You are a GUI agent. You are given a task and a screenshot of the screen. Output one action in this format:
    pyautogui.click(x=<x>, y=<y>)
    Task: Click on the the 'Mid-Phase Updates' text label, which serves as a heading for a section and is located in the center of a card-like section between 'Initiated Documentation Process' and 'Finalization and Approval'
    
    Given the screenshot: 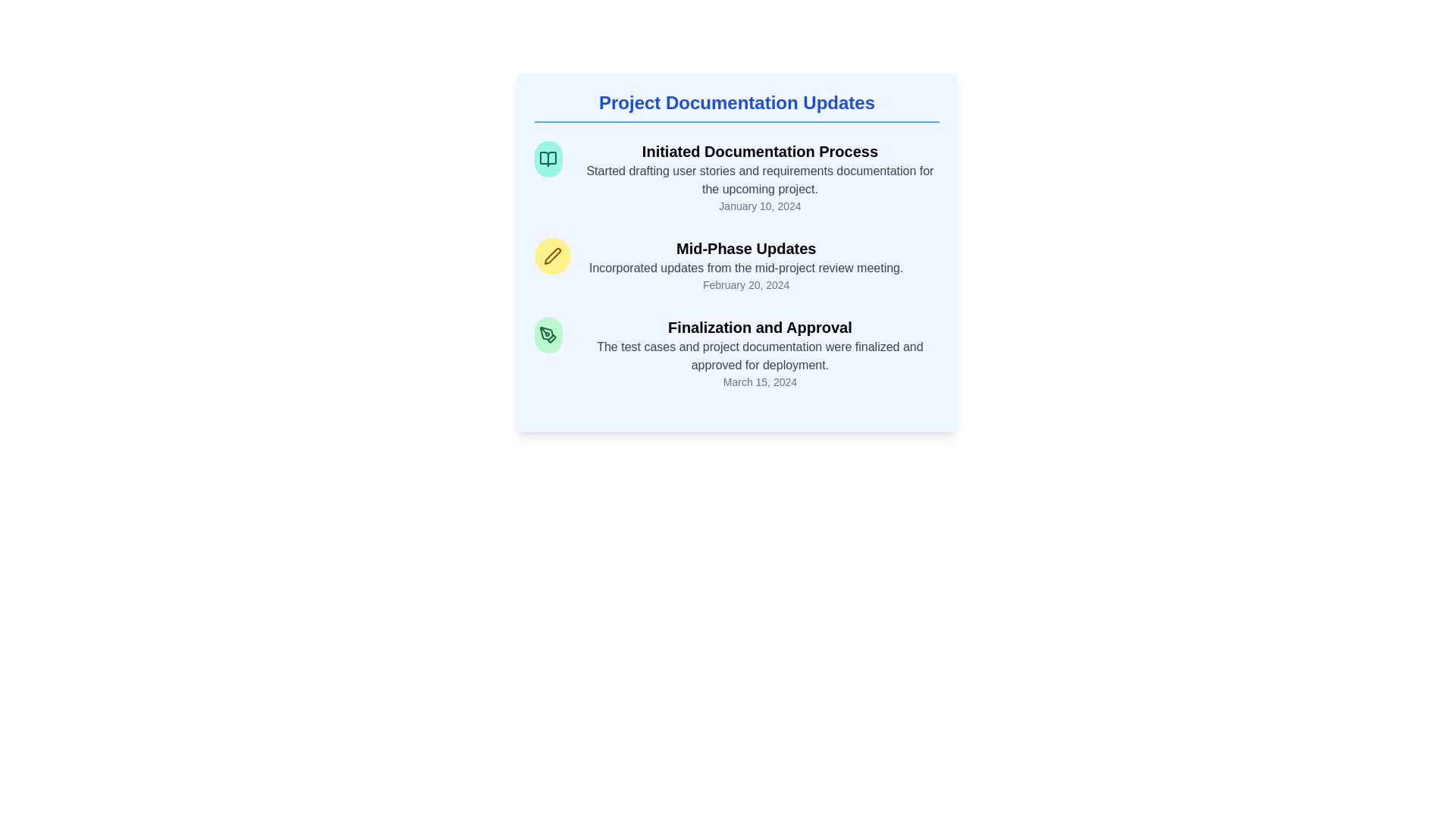 What is the action you would take?
    pyautogui.click(x=746, y=247)
    